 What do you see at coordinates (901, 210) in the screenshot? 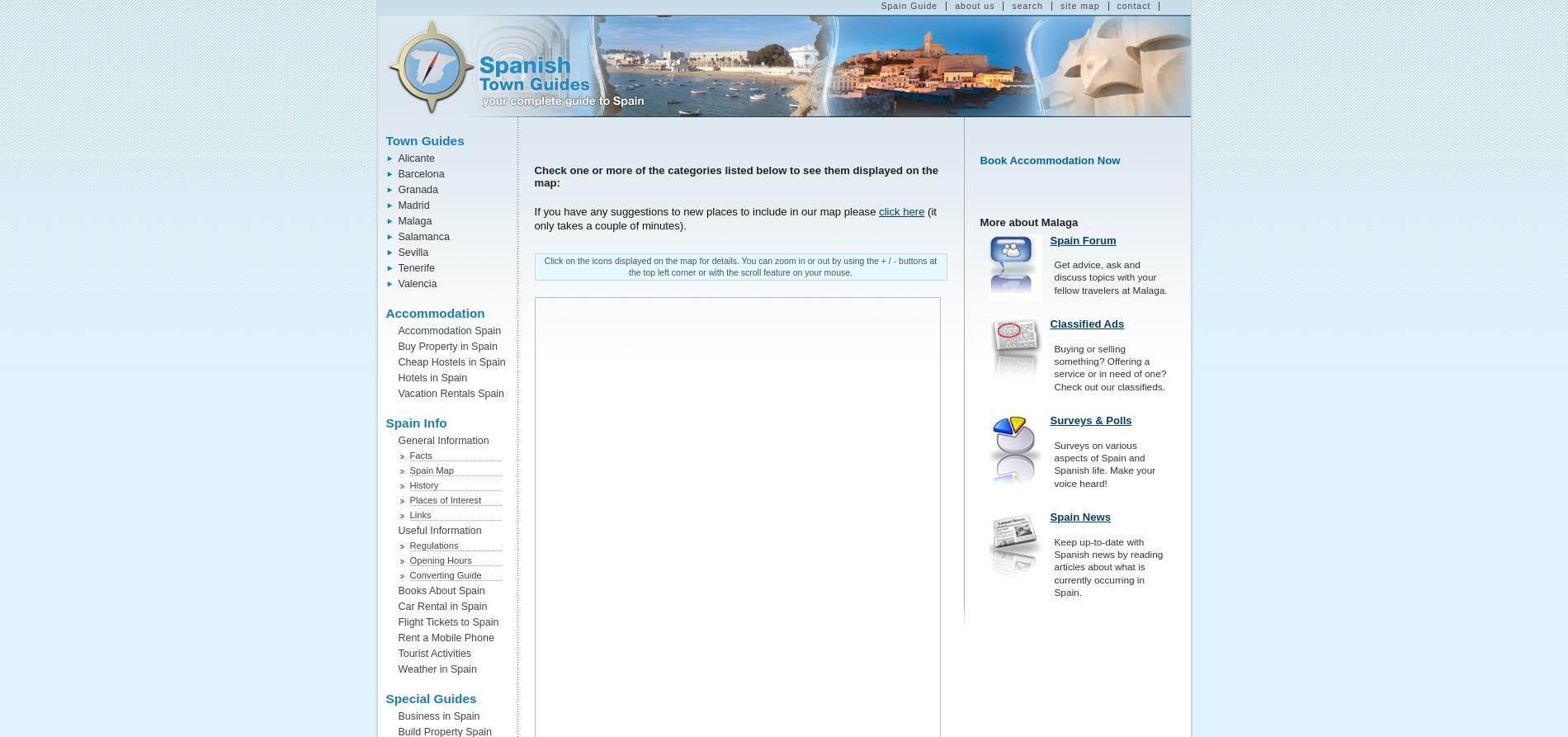
I see `'click here'` at bounding box center [901, 210].